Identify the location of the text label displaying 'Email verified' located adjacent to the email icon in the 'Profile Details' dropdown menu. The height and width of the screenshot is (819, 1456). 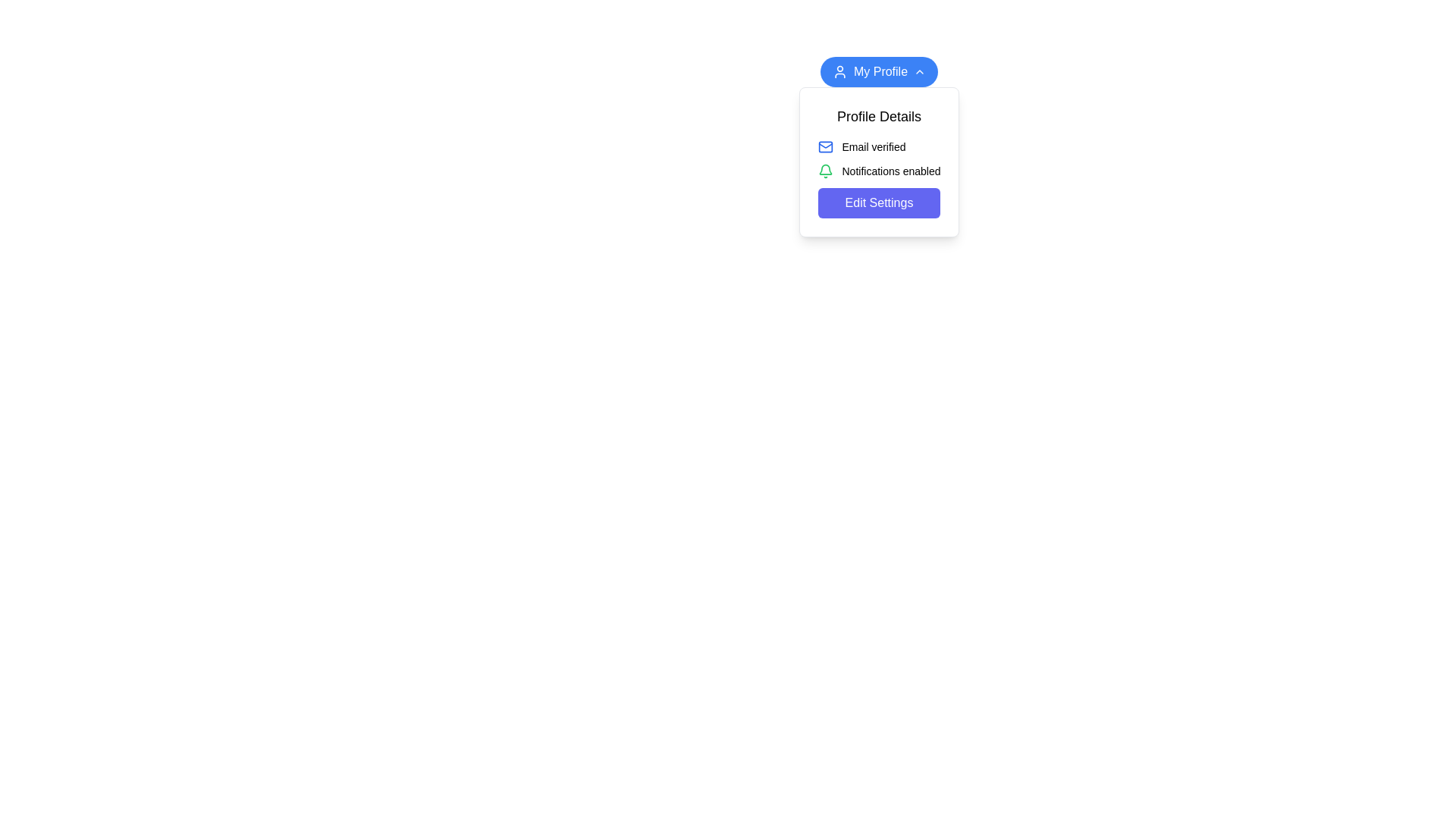
(874, 146).